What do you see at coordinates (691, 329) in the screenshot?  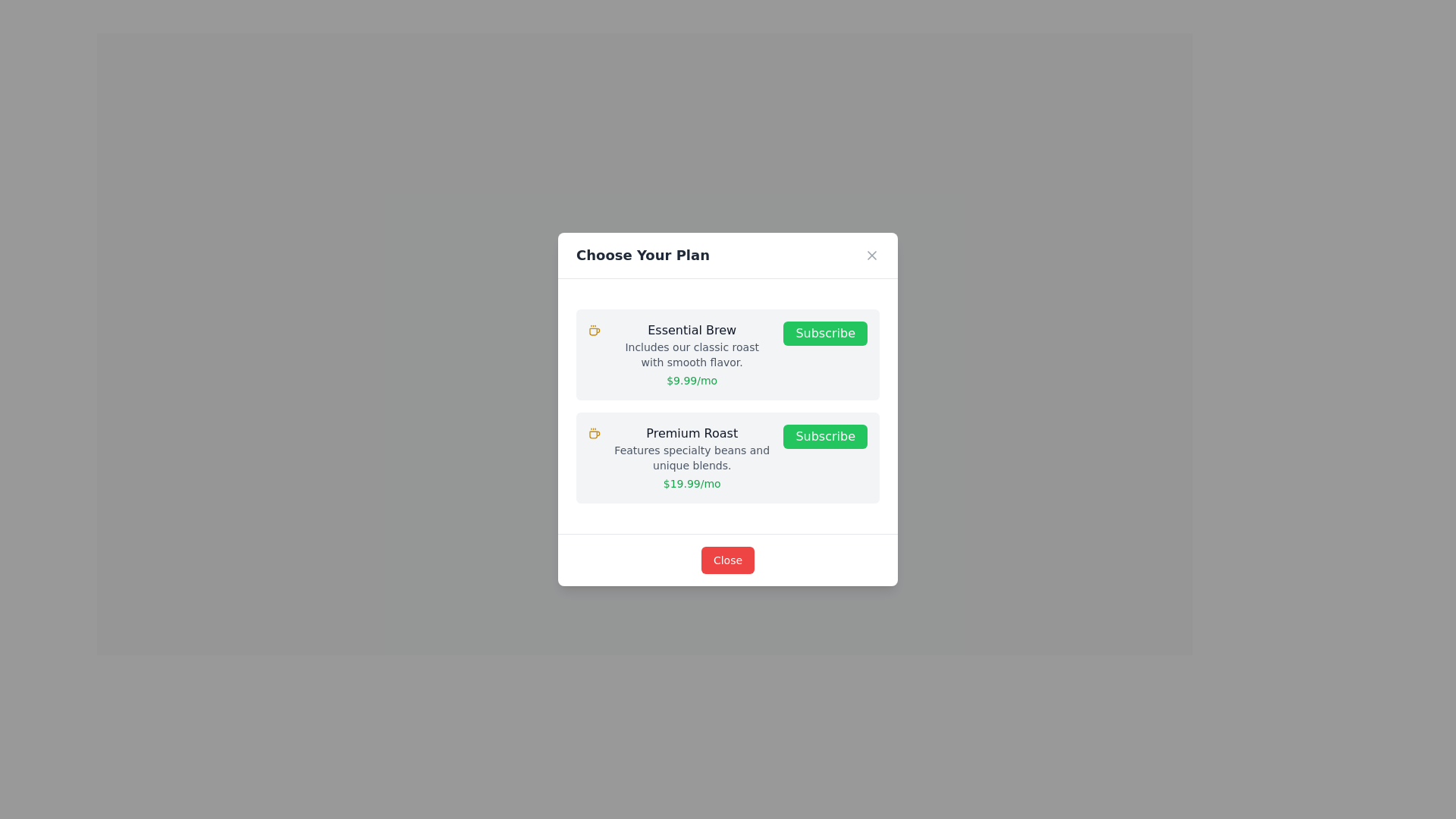 I see `the 'Essential Brew' text label, which is prominently displayed as the title of the description block in the 'Choose Your Plan' dialog` at bounding box center [691, 329].